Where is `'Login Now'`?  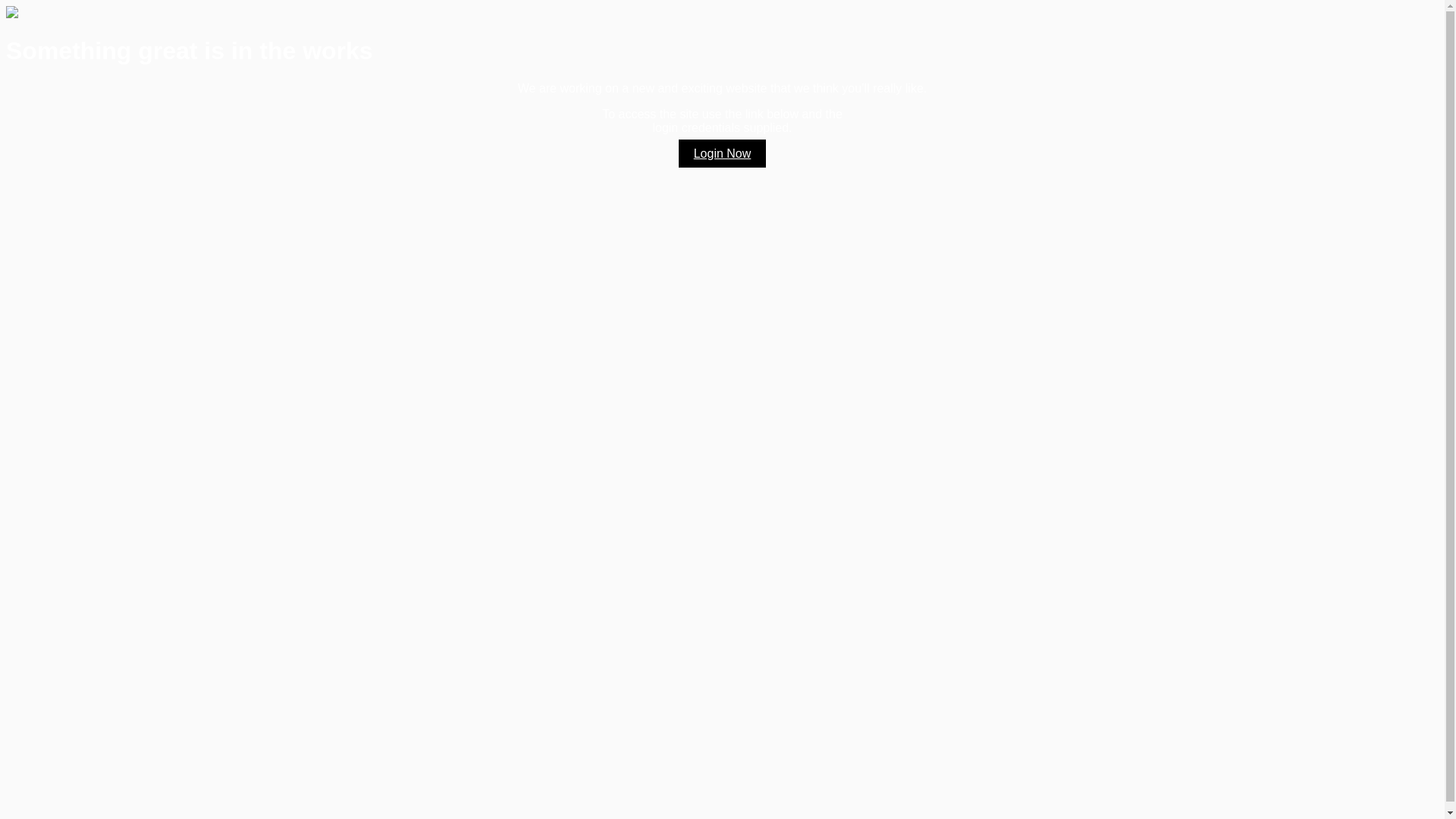
'Login Now' is located at coordinates (677, 153).